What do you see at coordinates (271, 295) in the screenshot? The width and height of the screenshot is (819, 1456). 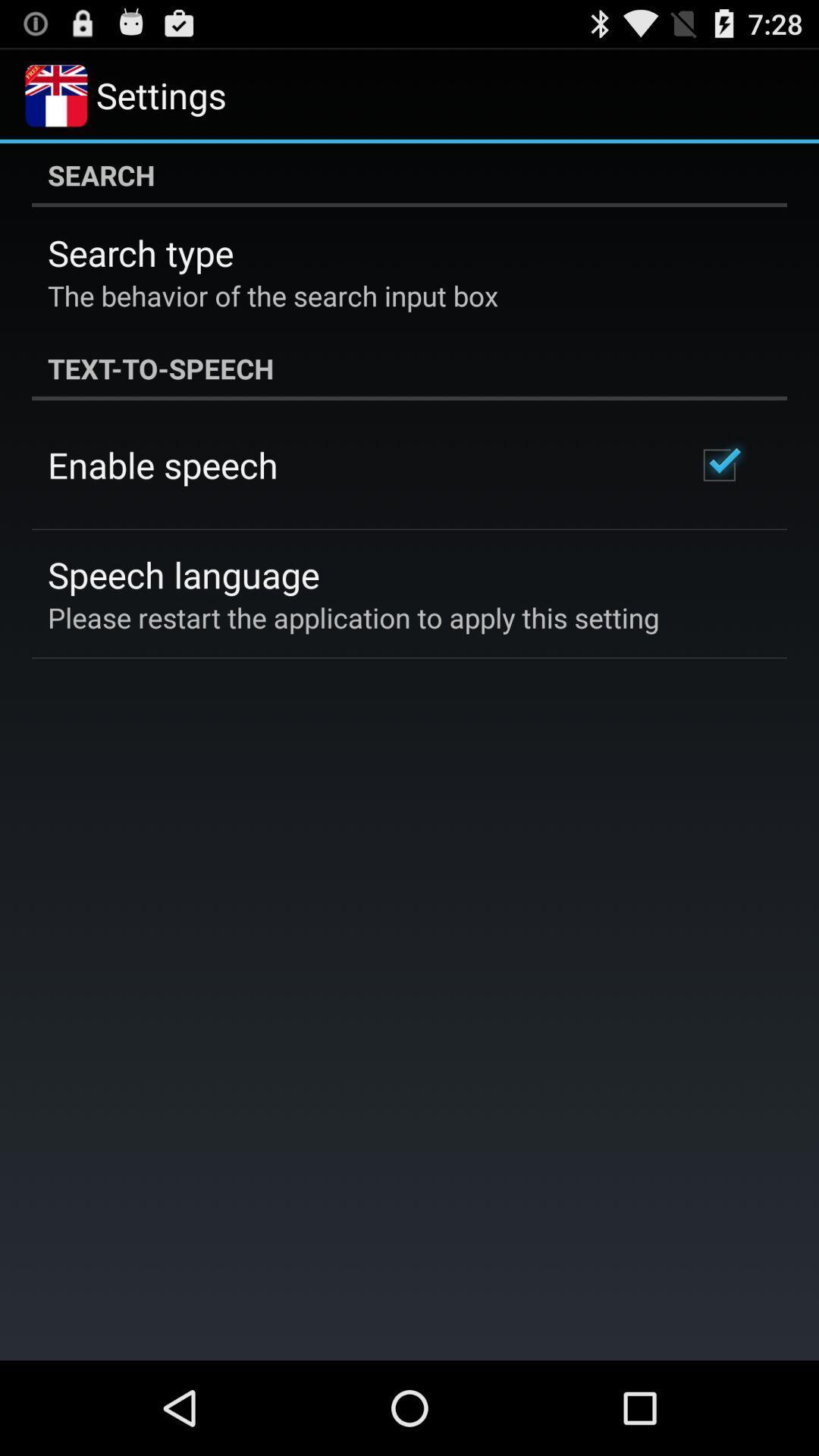 I see `the the behavior of icon` at bounding box center [271, 295].